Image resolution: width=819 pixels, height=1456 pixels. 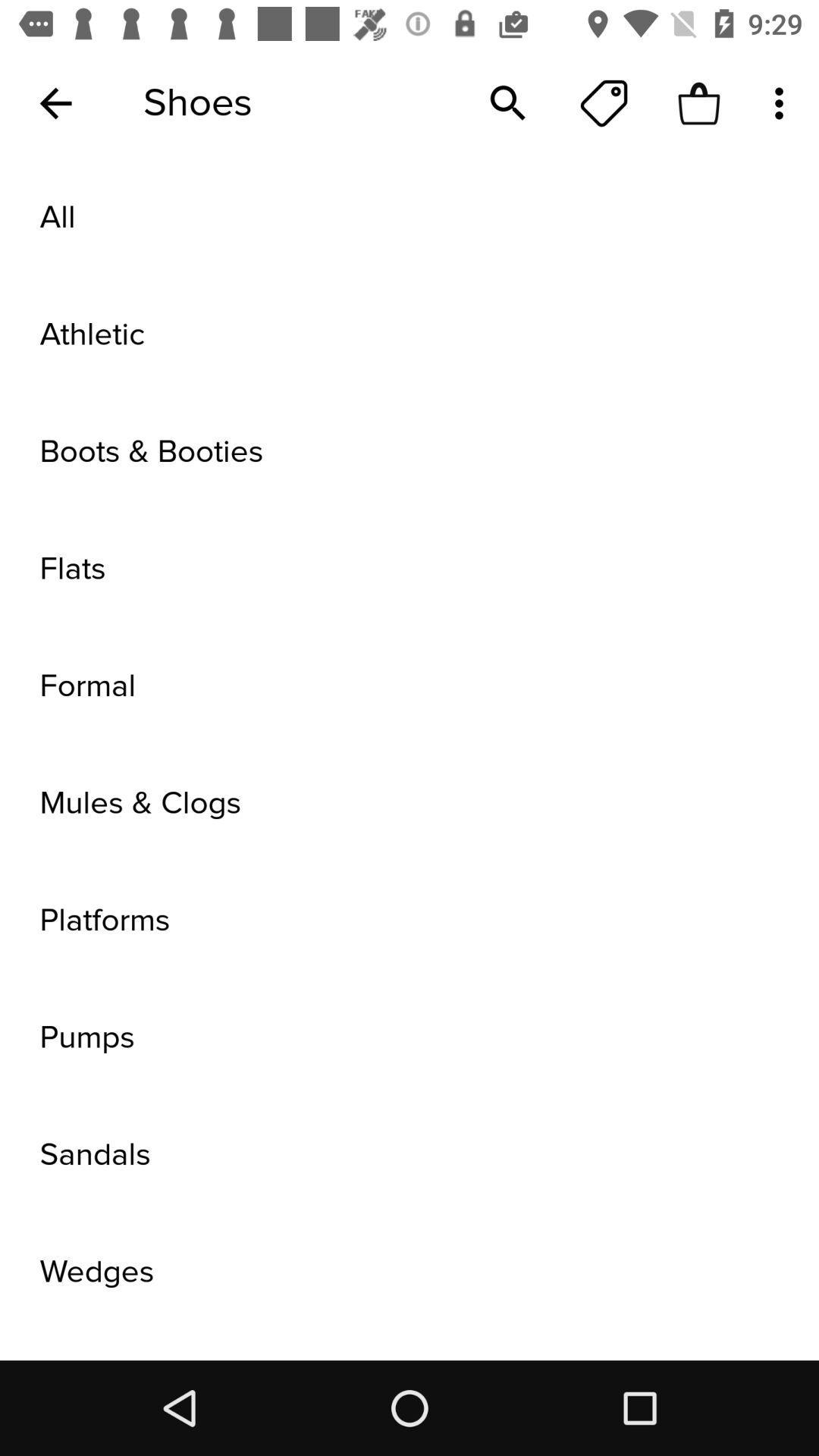 I want to click on the flats, so click(x=409, y=568).